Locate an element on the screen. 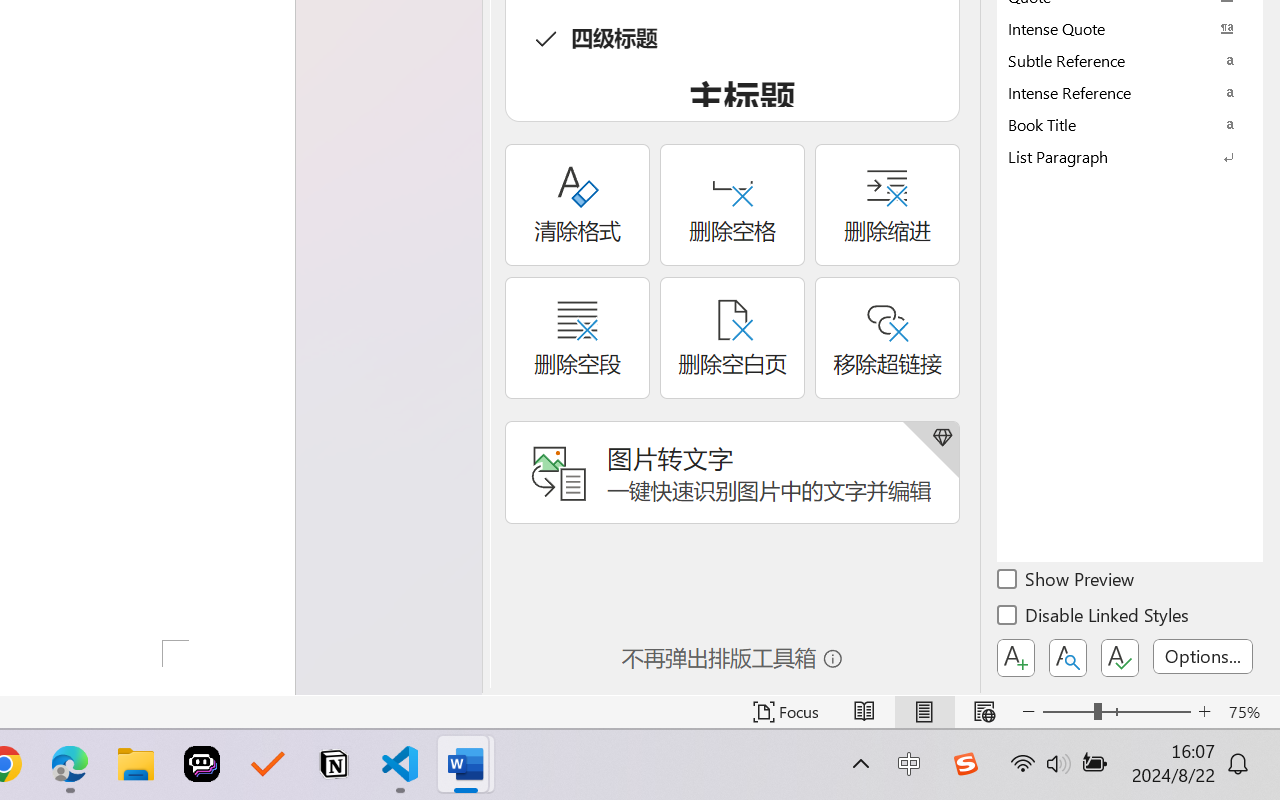  'Book Title' is located at coordinates (1130, 123).